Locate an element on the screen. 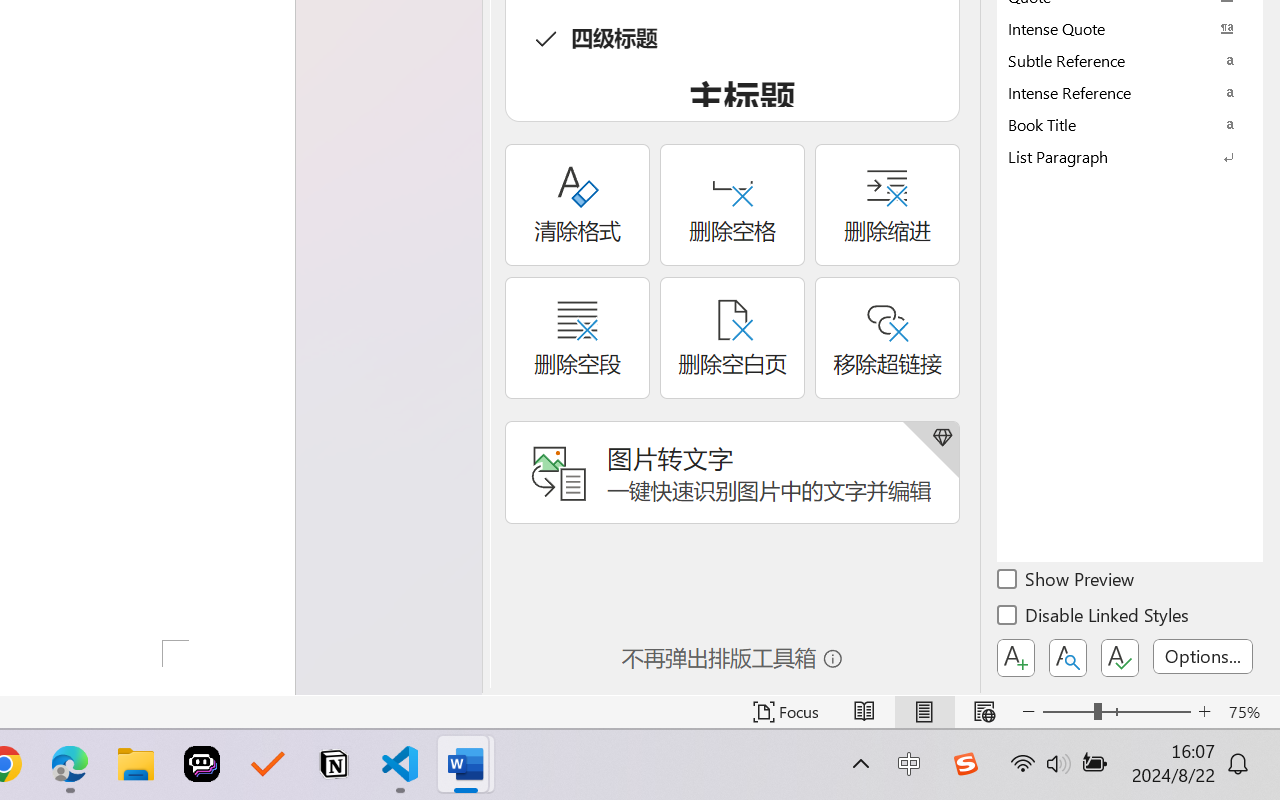  'Book Title' is located at coordinates (1130, 123).